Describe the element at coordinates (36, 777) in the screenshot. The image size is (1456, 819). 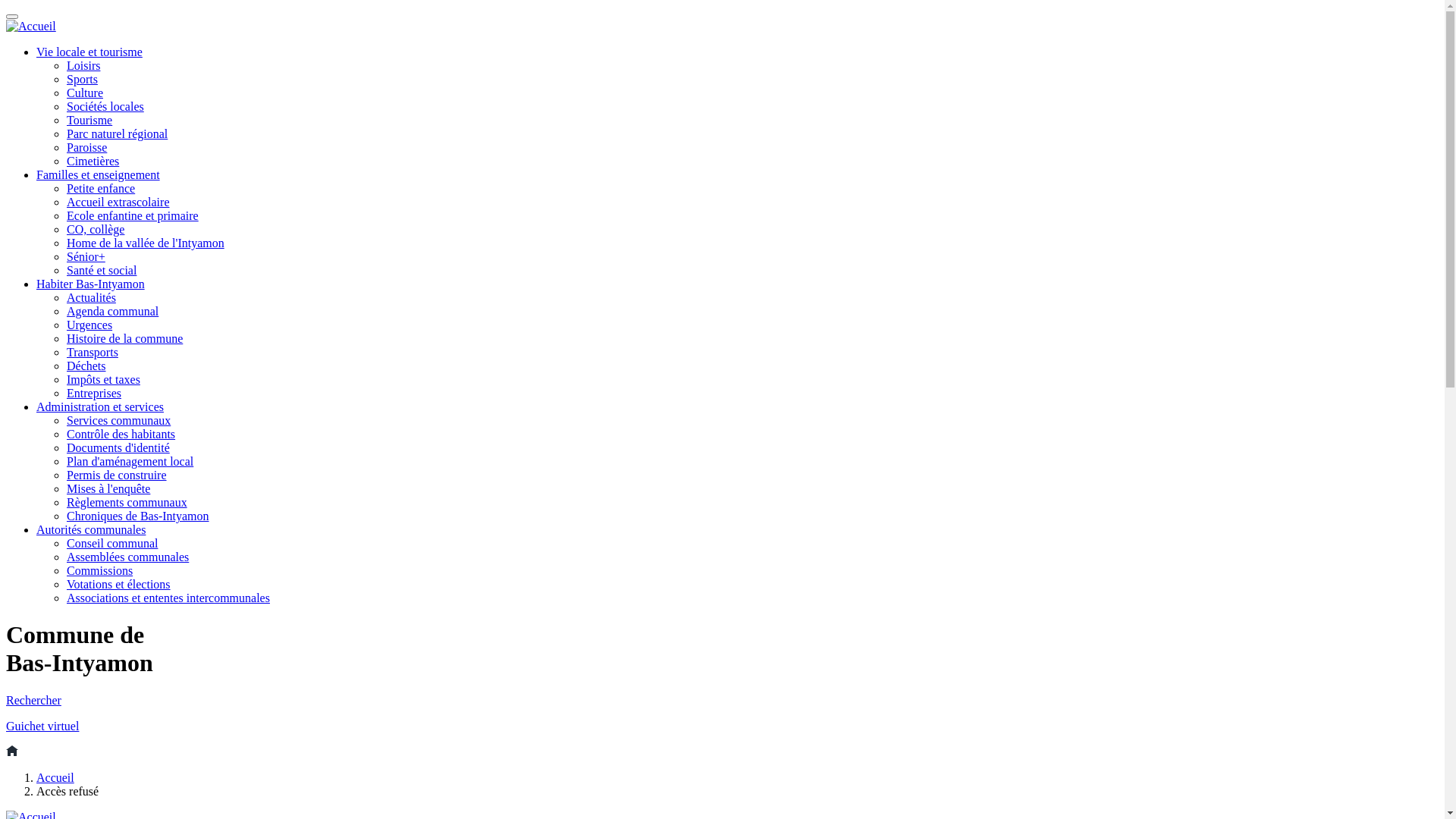
I see `'Accueil'` at that location.